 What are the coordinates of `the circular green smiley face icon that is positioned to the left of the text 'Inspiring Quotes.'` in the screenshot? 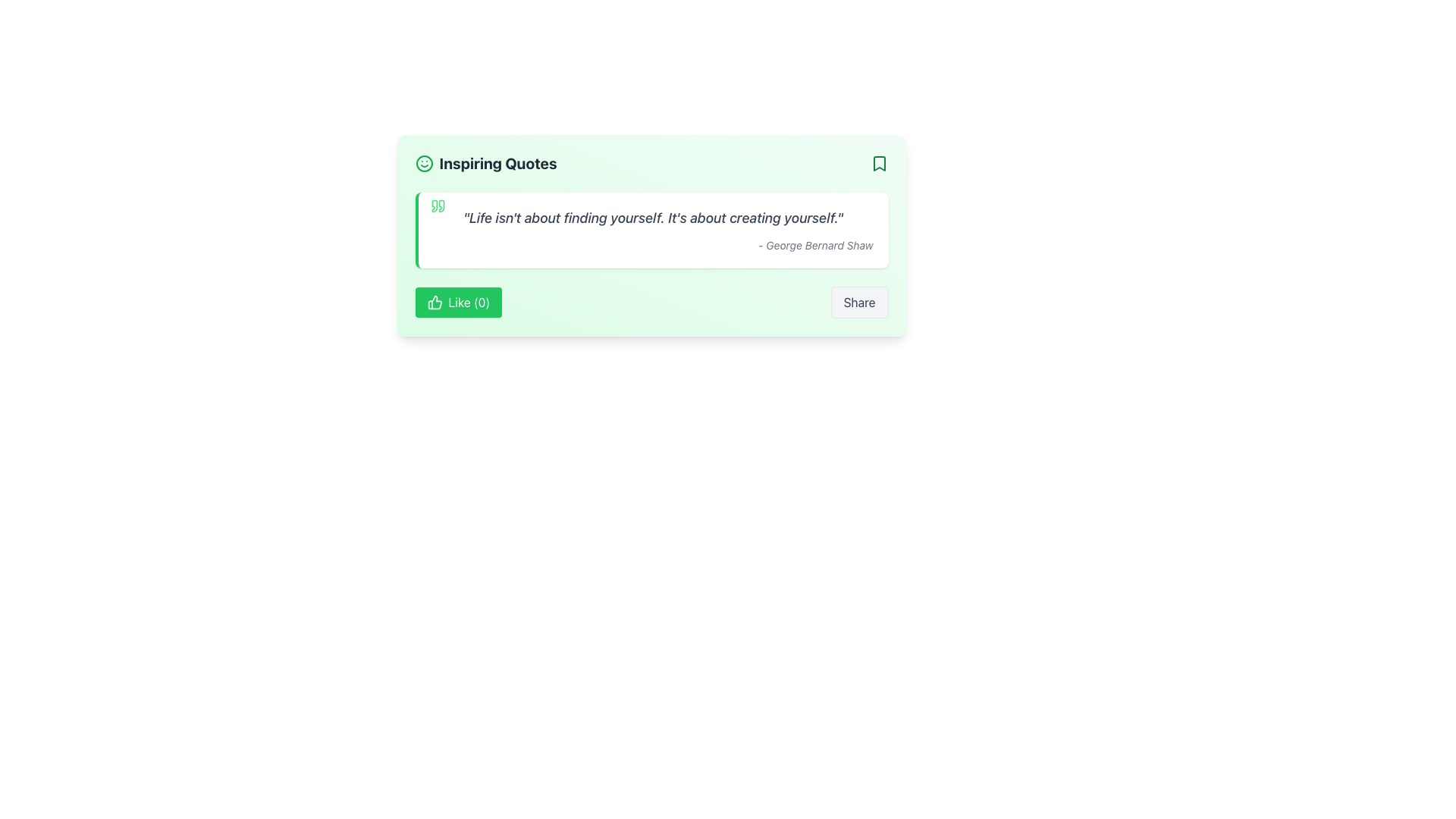 It's located at (424, 164).